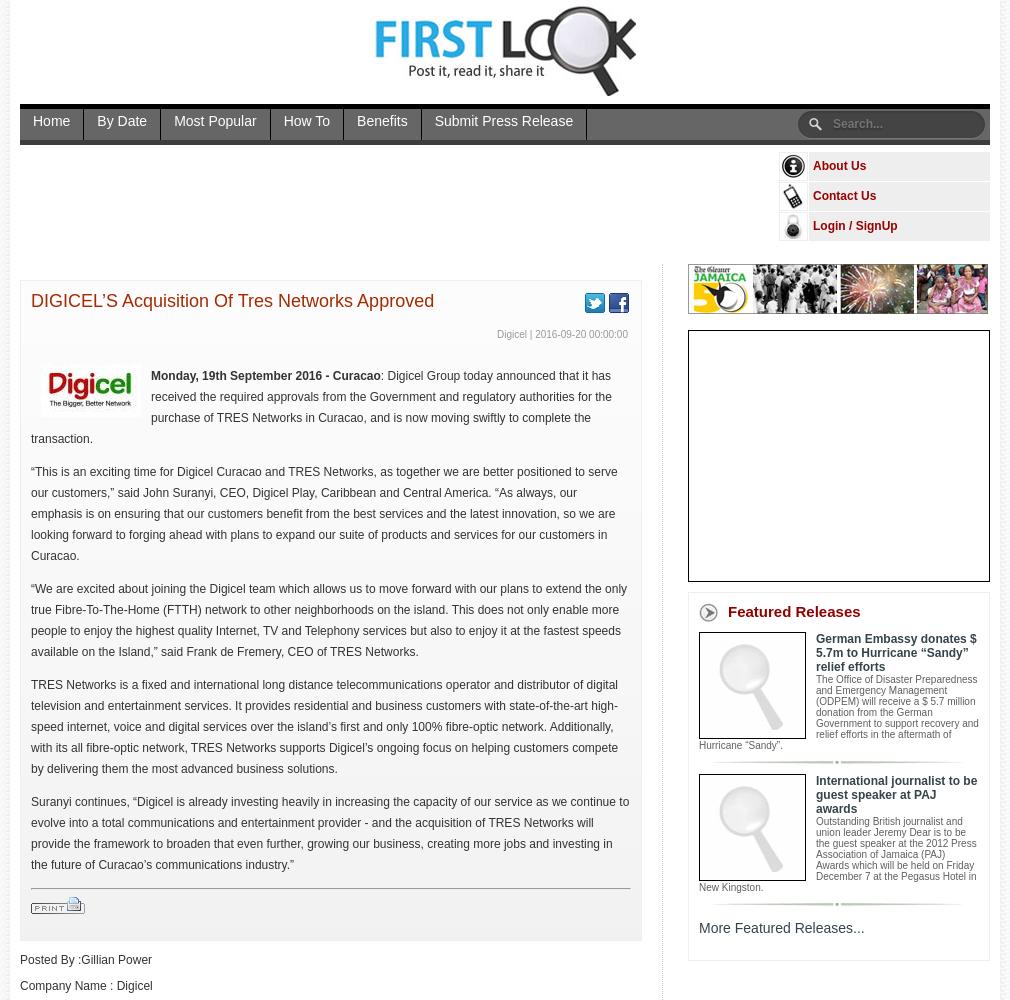 Image resolution: width=1010 pixels, height=1000 pixels. I want to click on 'Company Name  : Digicel', so click(84, 985).